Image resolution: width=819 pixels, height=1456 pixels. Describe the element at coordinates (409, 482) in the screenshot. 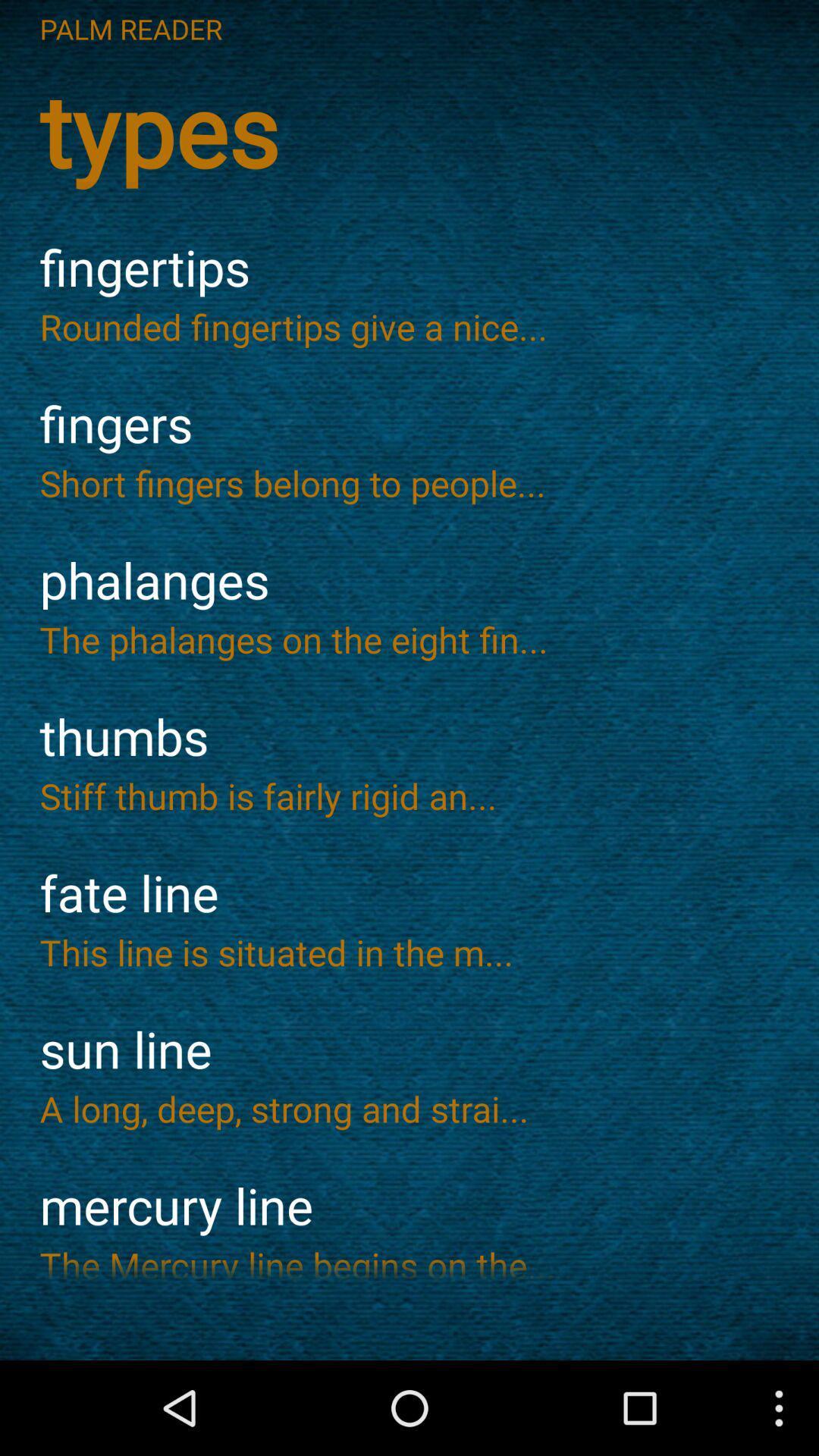

I see `the icon below fingers icon` at that location.